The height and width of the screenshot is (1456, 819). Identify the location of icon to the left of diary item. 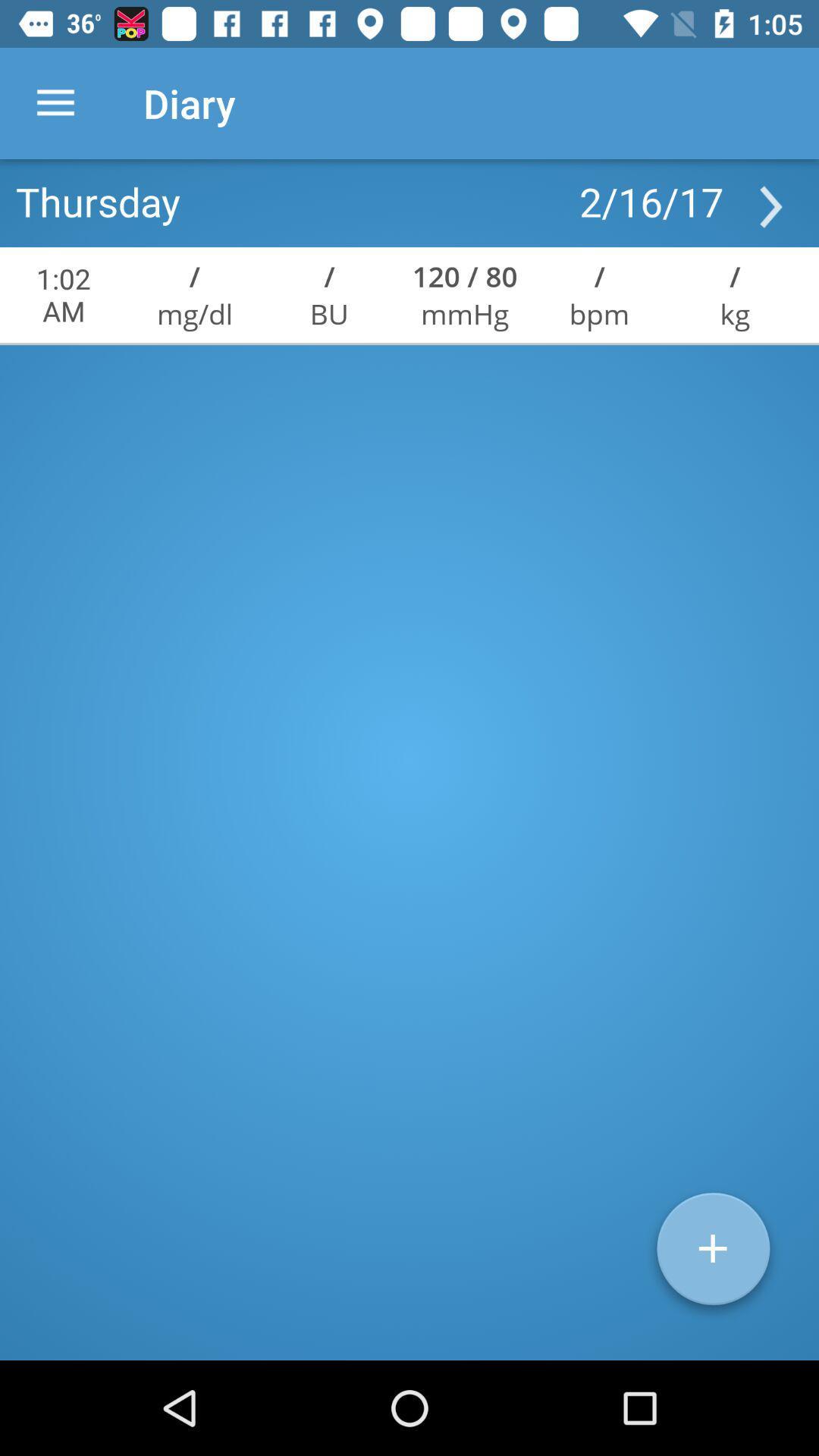
(55, 102).